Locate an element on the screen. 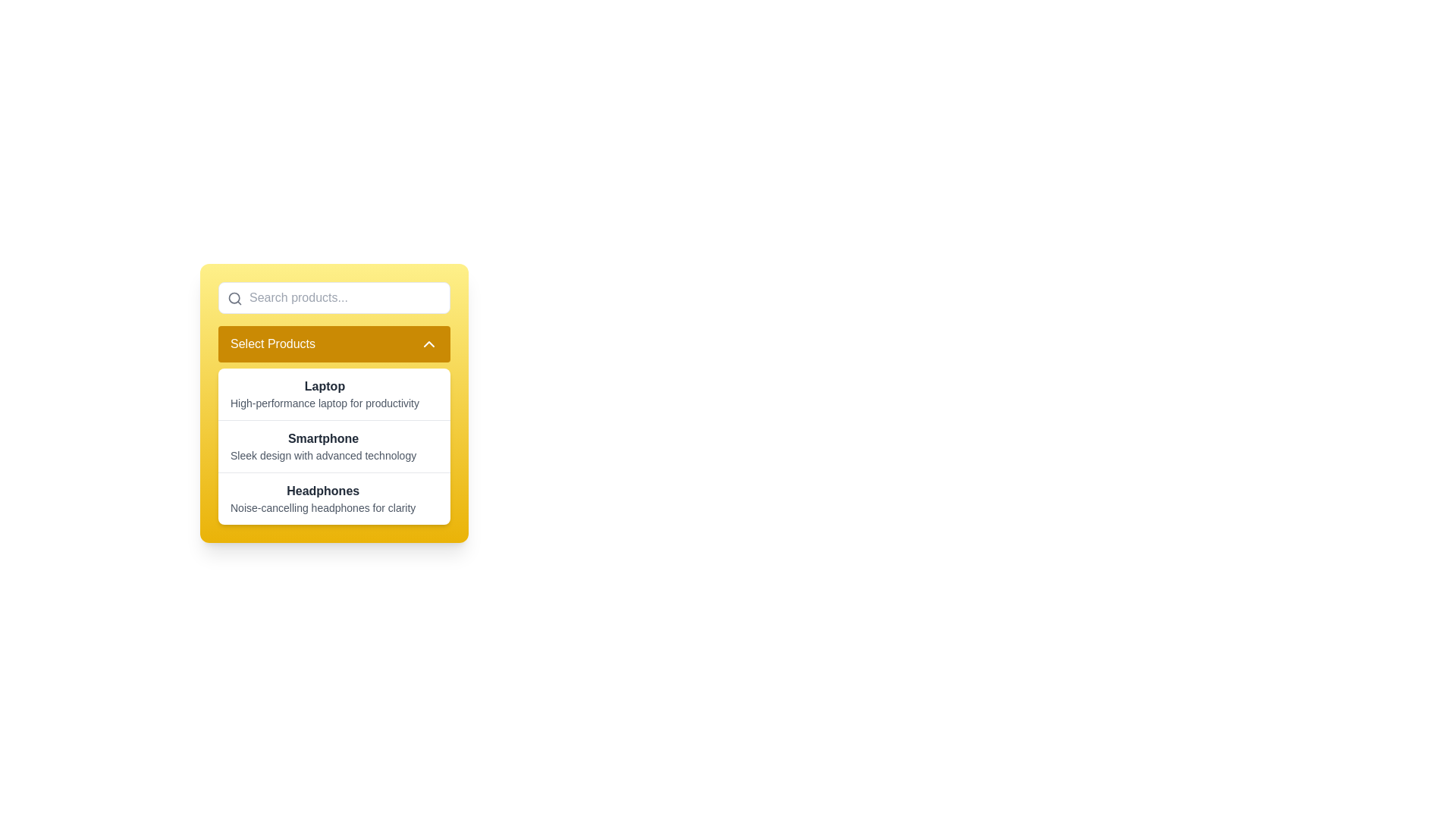 This screenshot has width=1456, height=819. the 'Smartphone' text label in the dropdown menu labeled 'Select Products', which is the second item in the list of product categories is located at coordinates (322, 438).